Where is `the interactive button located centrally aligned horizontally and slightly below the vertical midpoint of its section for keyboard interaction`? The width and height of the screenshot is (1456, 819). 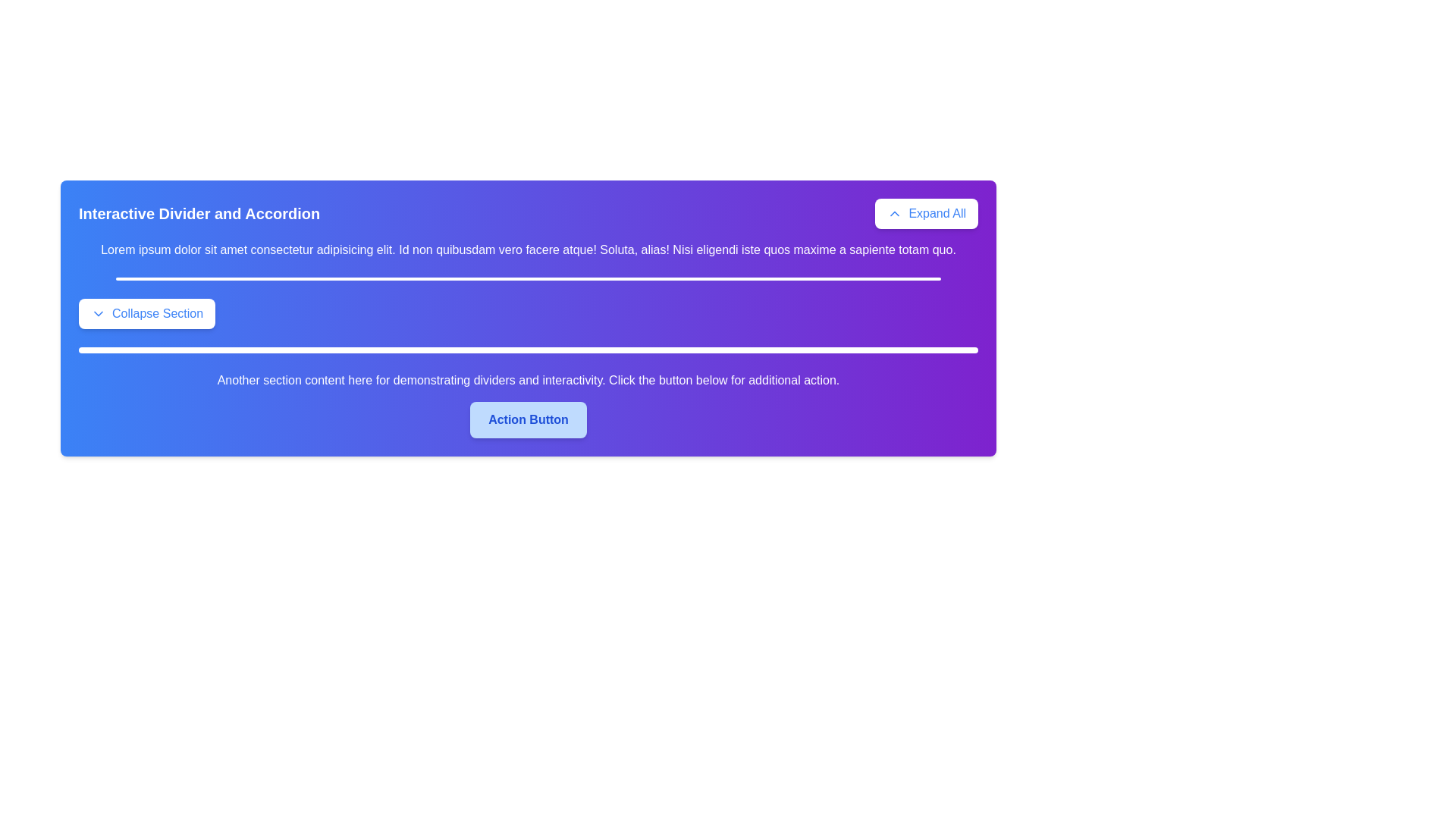
the interactive button located centrally aligned horizontally and slightly below the vertical midpoint of its section for keyboard interaction is located at coordinates (528, 420).